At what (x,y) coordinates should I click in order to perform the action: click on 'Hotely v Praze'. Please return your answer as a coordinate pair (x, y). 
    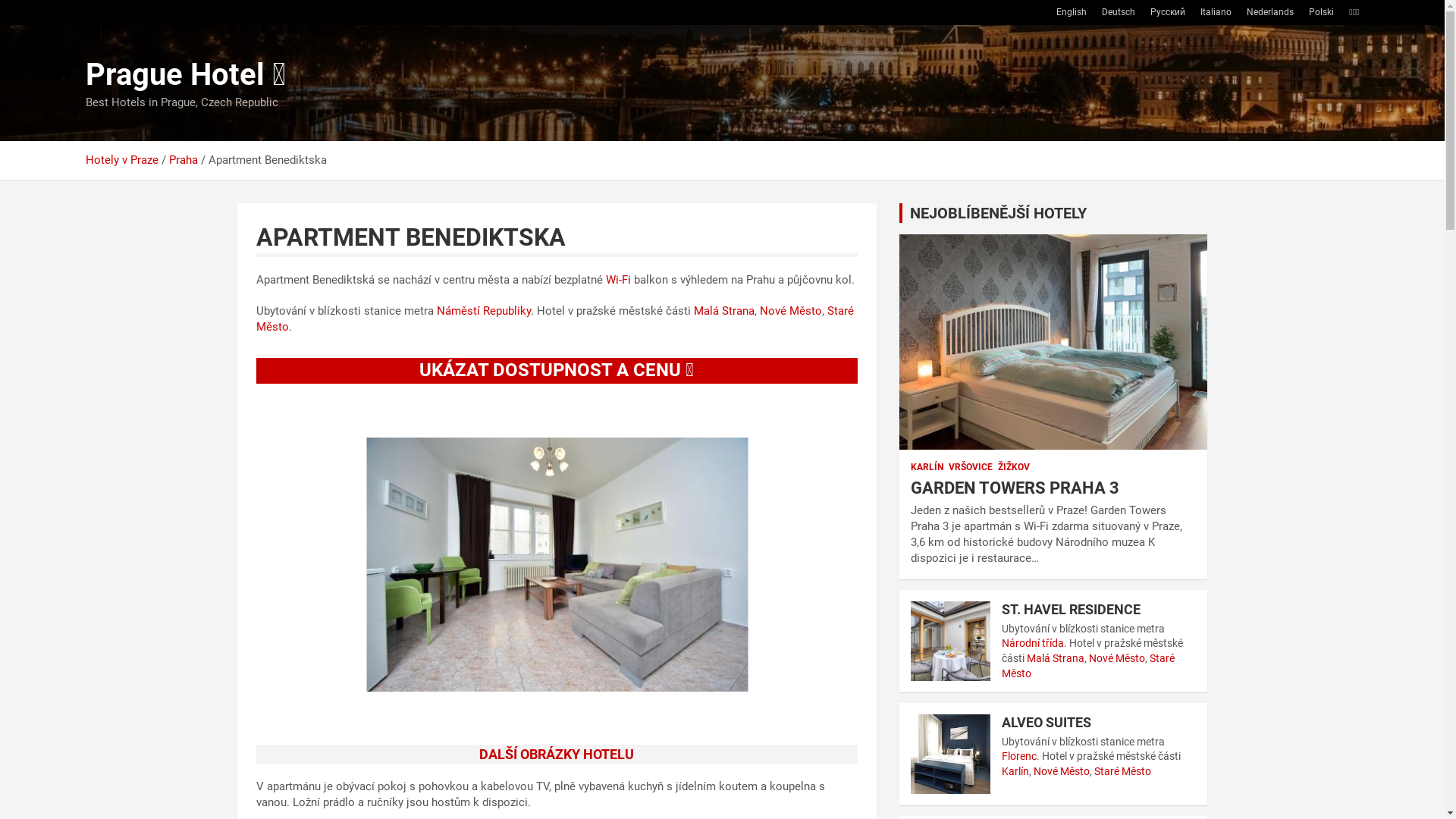
    Looking at the image, I should click on (120, 160).